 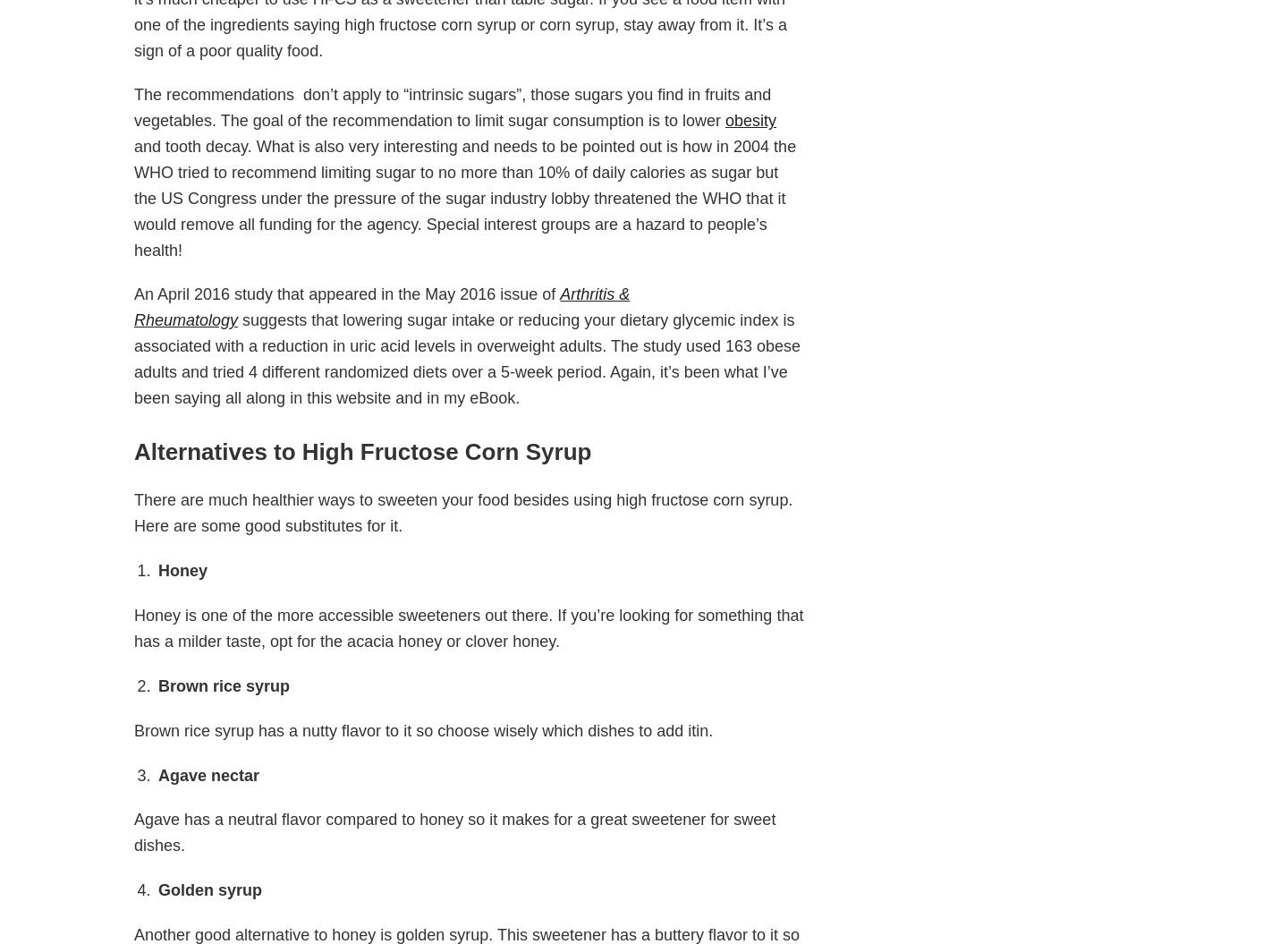 I want to click on 'Arthritis & Rheumatology', so click(x=381, y=306).